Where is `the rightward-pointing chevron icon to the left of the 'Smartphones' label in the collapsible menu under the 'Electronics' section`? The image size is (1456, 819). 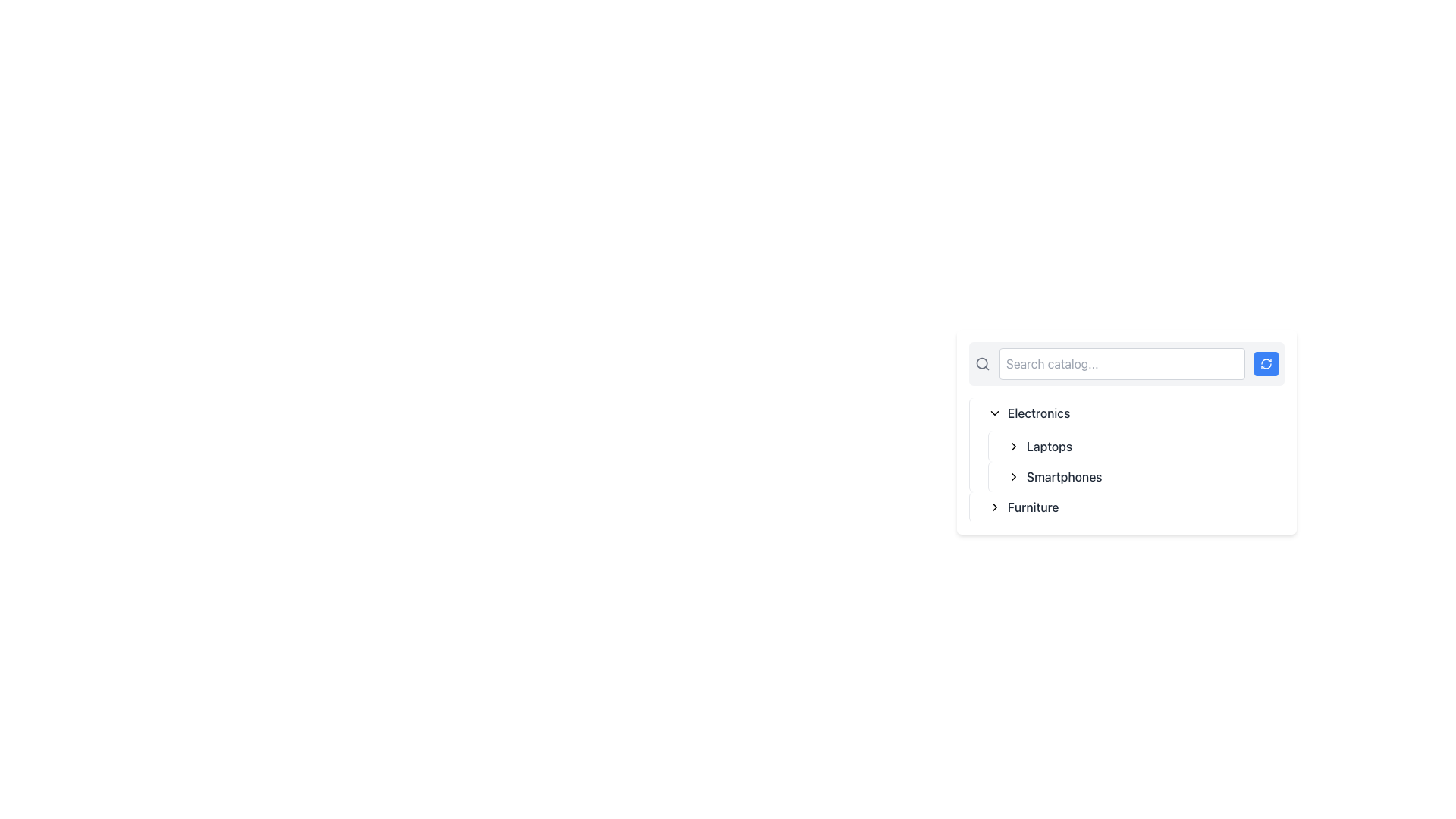 the rightward-pointing chevron icon to the left of the 'Smartphones' label in the collapsible menu under the 'Electronics' section is located at coordinates (1014, 475).